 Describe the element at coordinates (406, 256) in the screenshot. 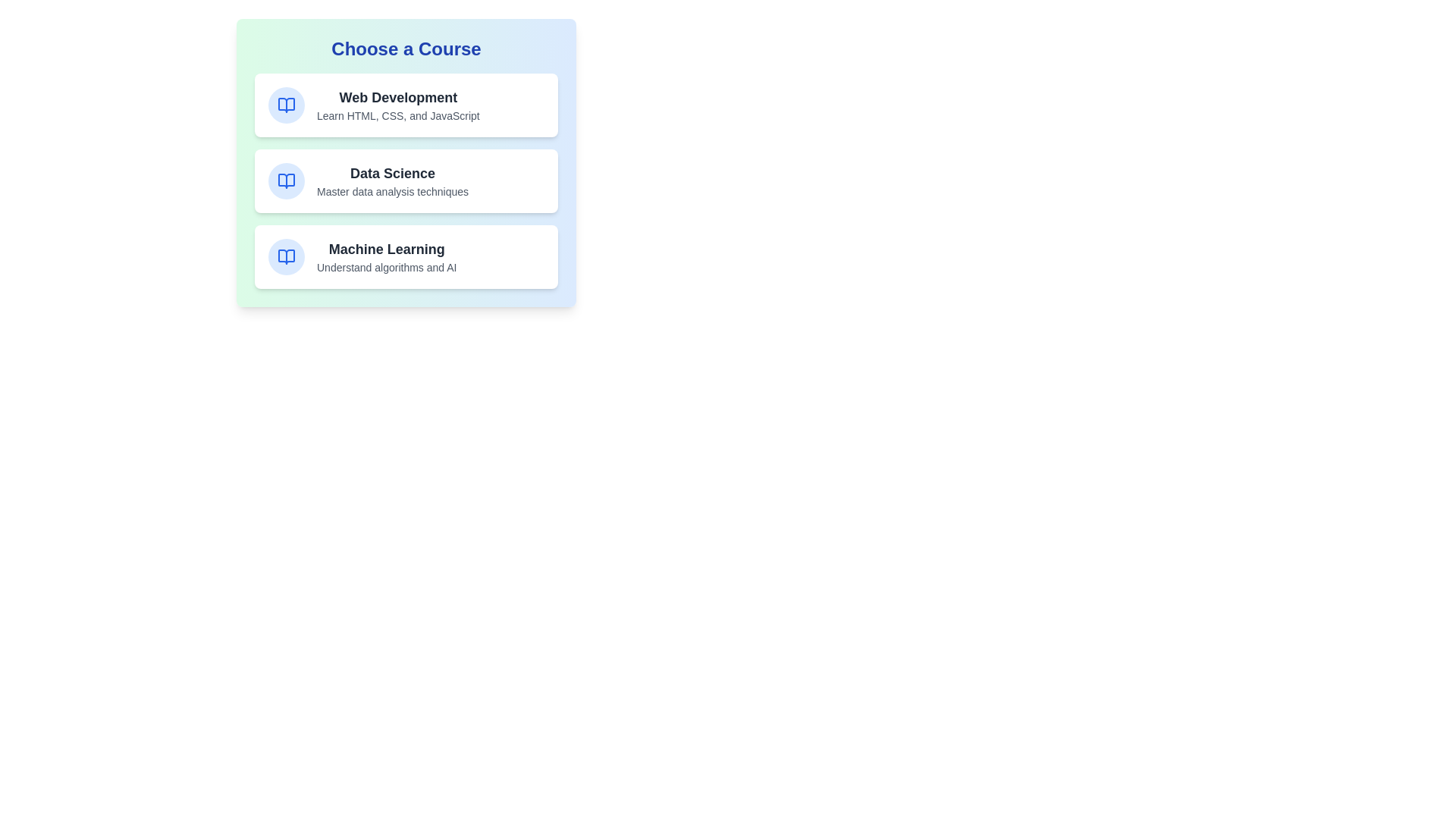

I see `the 'Machine Learning' course selection button-like card component in the 'Choose a Course' section` at that location.